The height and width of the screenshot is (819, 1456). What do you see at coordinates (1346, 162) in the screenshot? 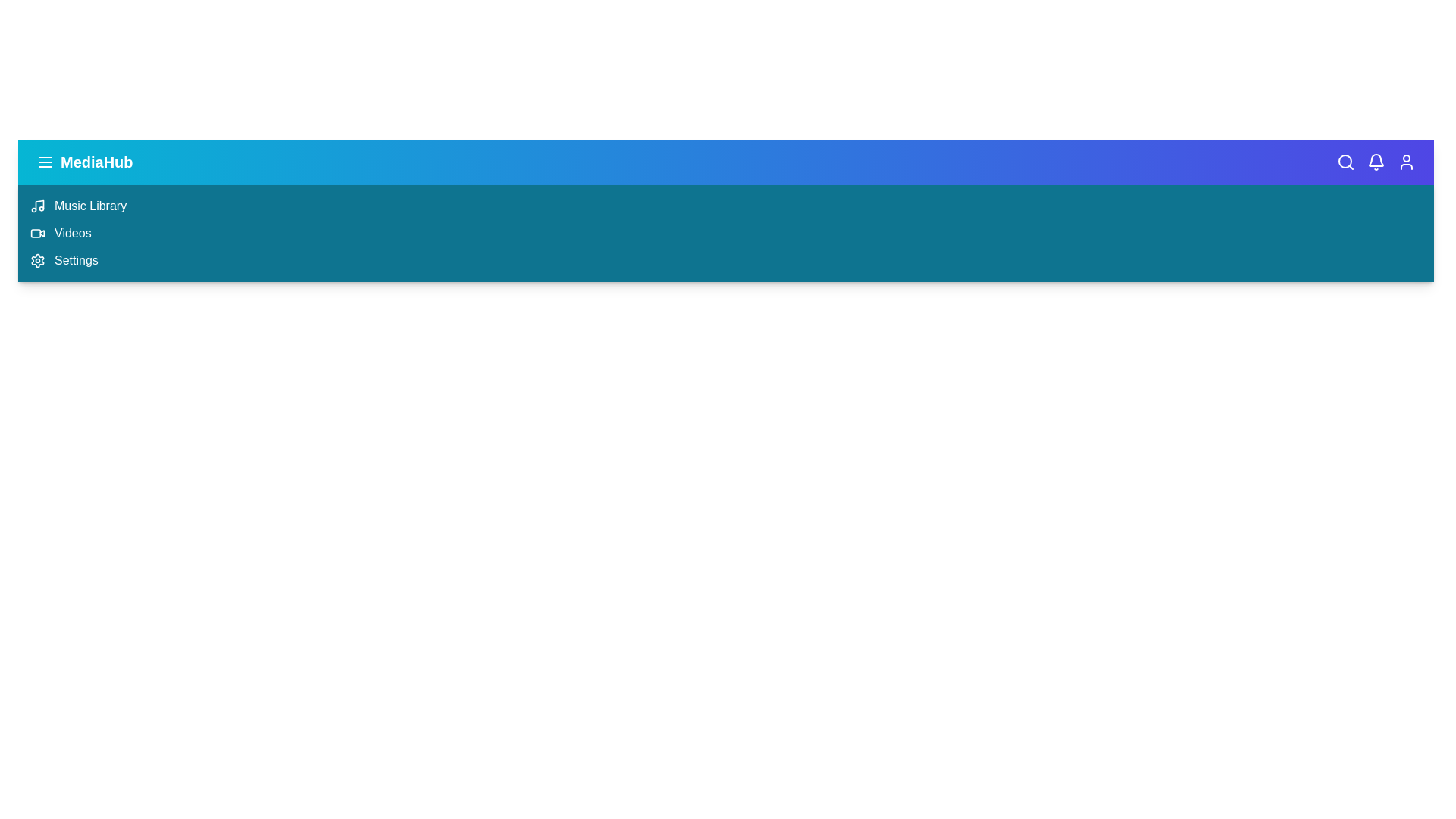
I see `the search icon in the app bar` at bounding box center [1346, 162].